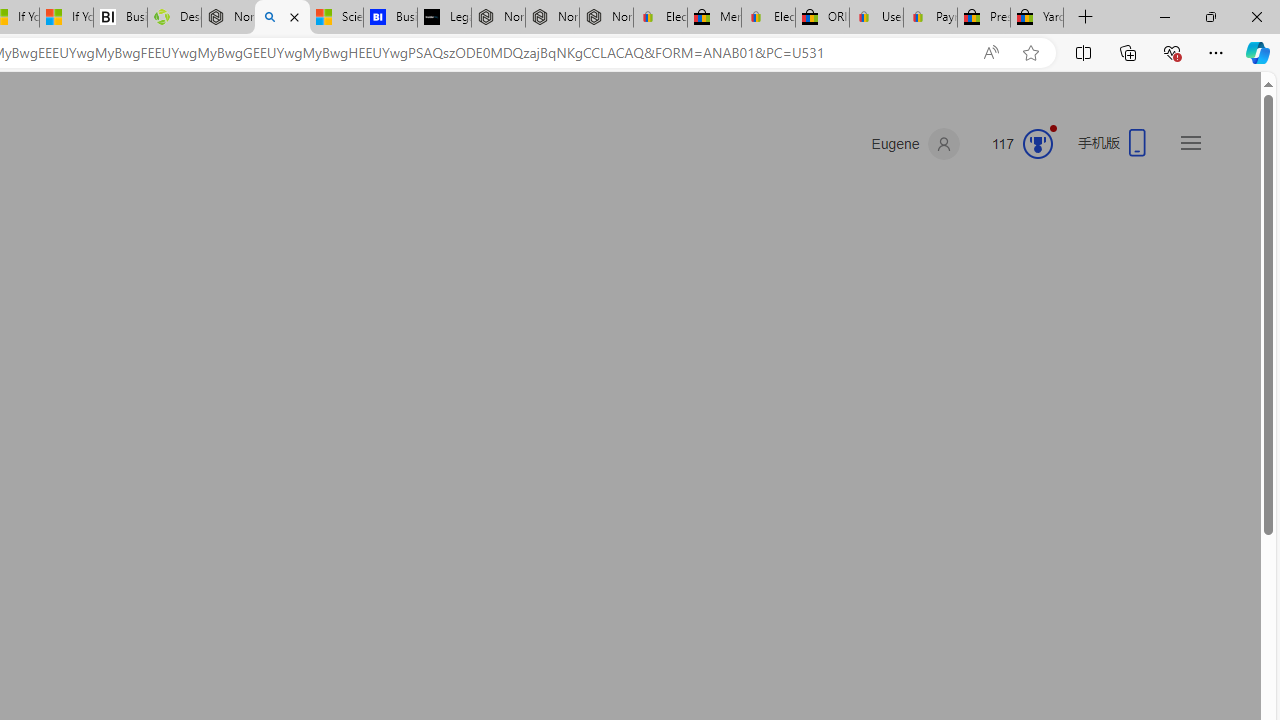 This screenshot has width=1280, height=720. Describe the element at coordinates (1037, 17) in the screenshot. I see `'Yard, Garden & Outdoor Living'` at that location.